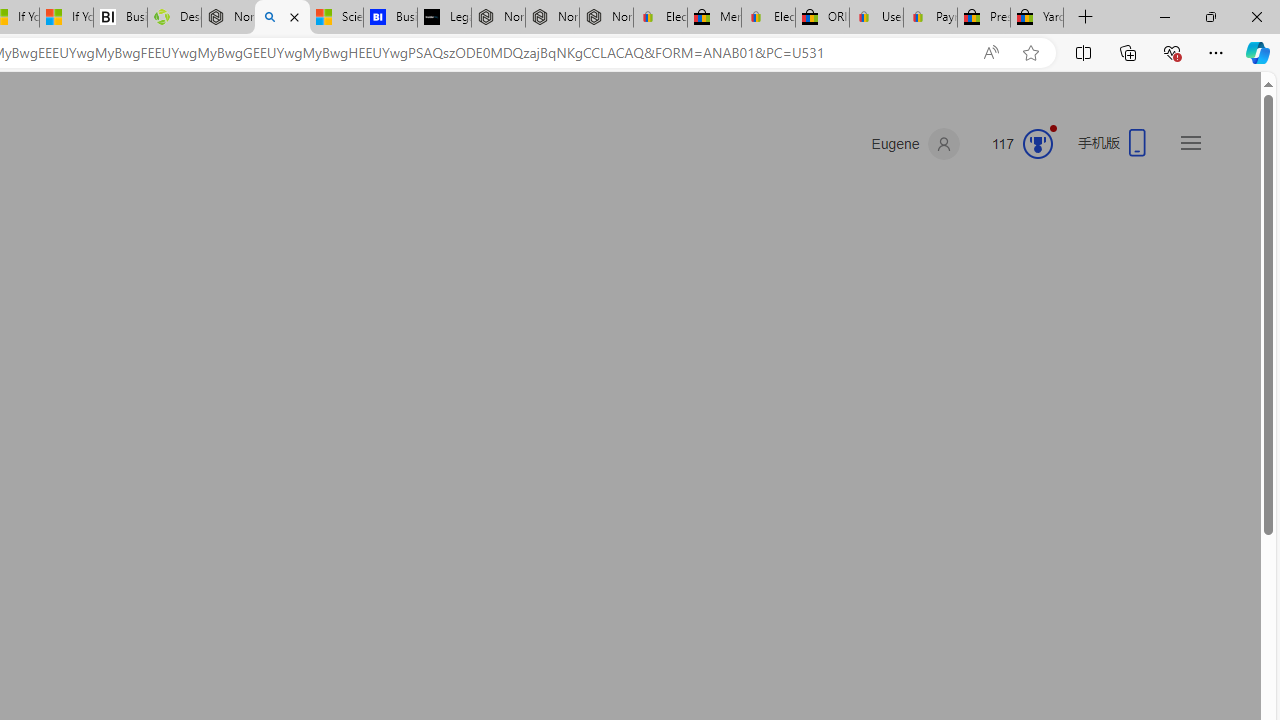 This screenshot has width=1280, height=720. Describe the element at coordinates (1037, 17) in the screenshot. I see `'Yard, Garden & Outdoor Living'` at that location.